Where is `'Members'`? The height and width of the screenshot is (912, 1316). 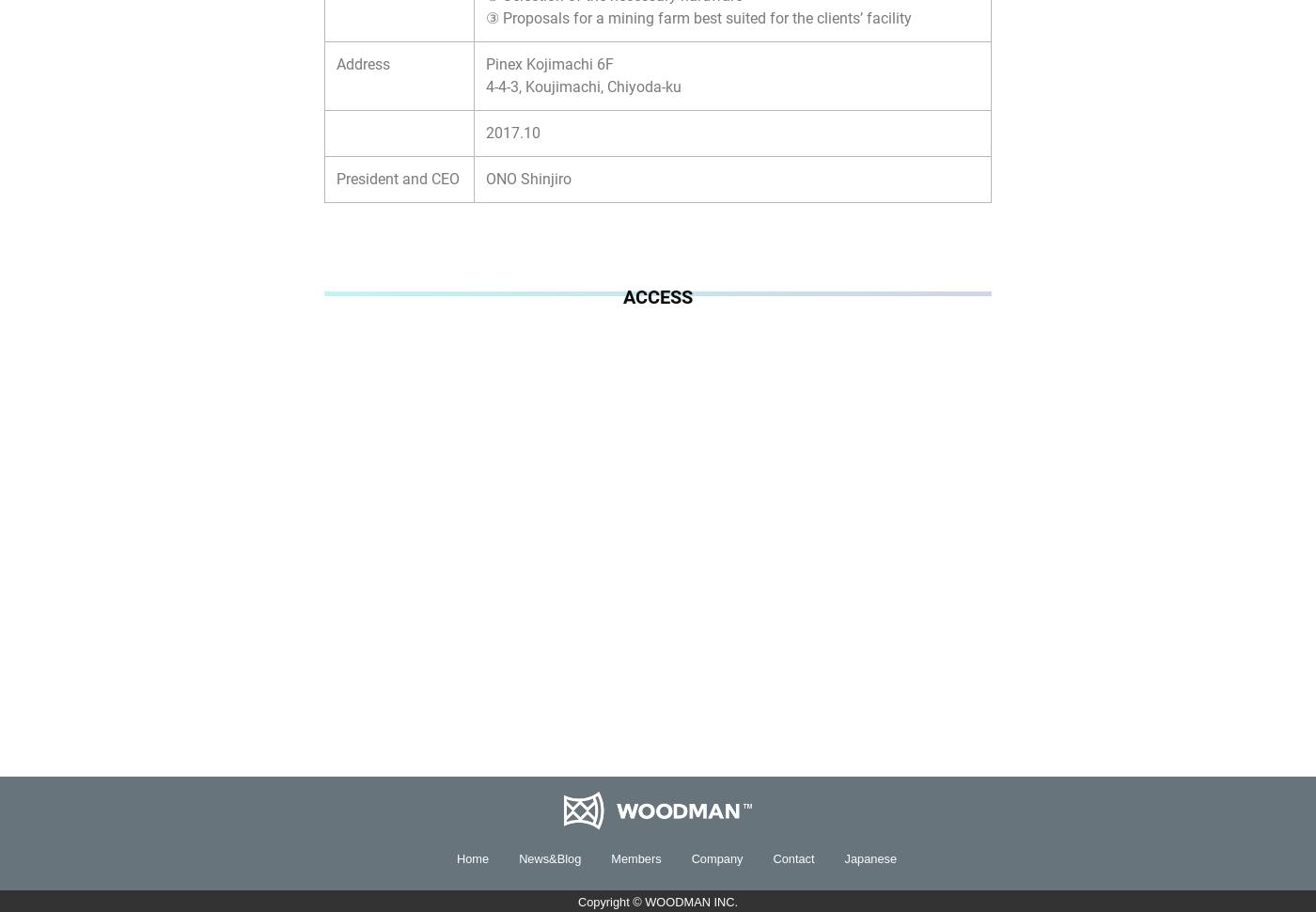 'Members' is located at coordinates (611, 857).